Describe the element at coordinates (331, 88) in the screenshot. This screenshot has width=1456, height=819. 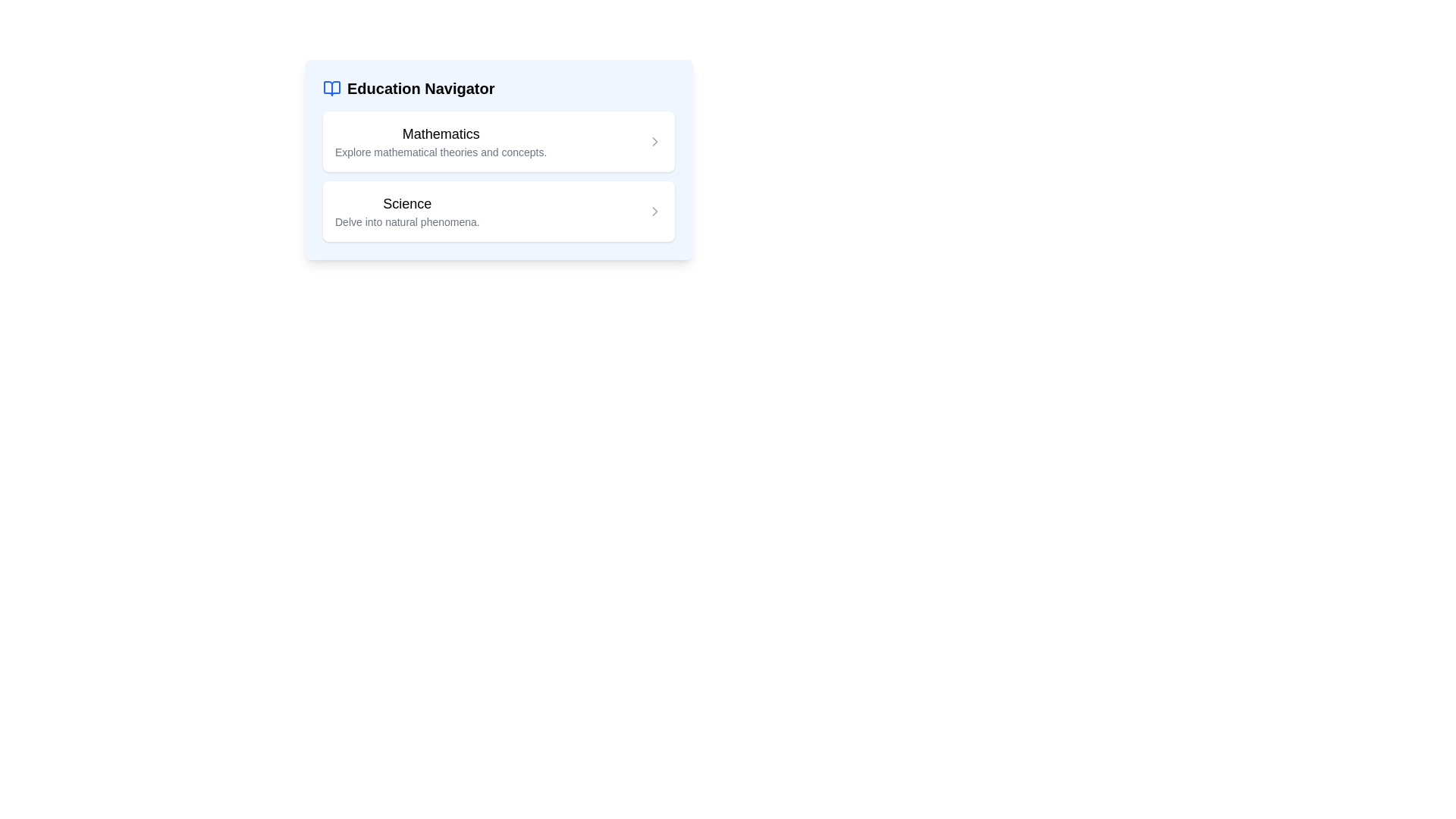
I see `the blue-colored icon resembling an open book, which is positioned to the left of the title text 'Education Navigator'` at that location.